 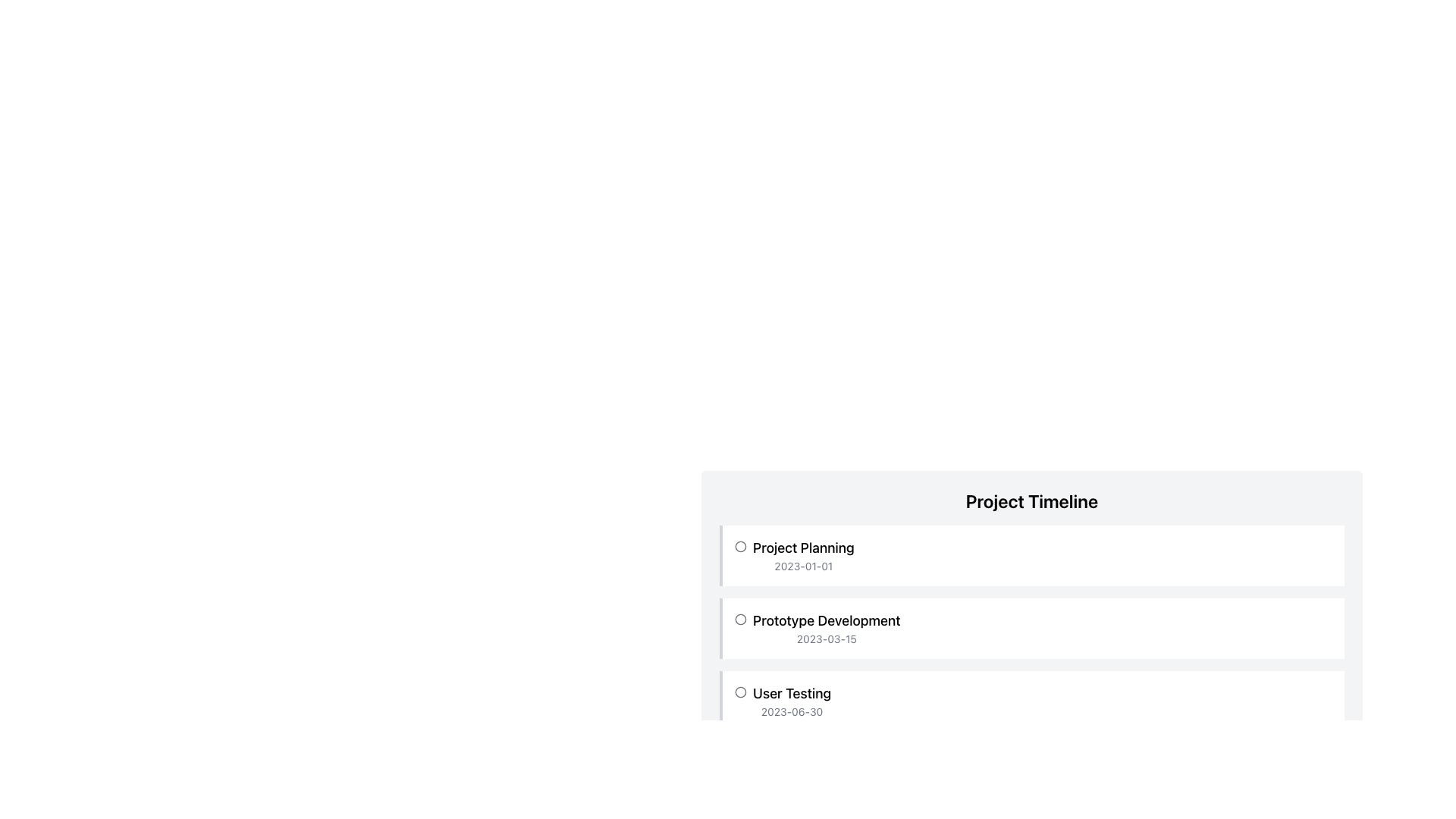 What do you see at coordinates (826, 620) in the screenshot?
I see `the text label that reads 'Prototype Development', which is located under the 'Project Timeline' heading, between 'Project Planning' and 'User Testing'` at bounding box center [826, 620].